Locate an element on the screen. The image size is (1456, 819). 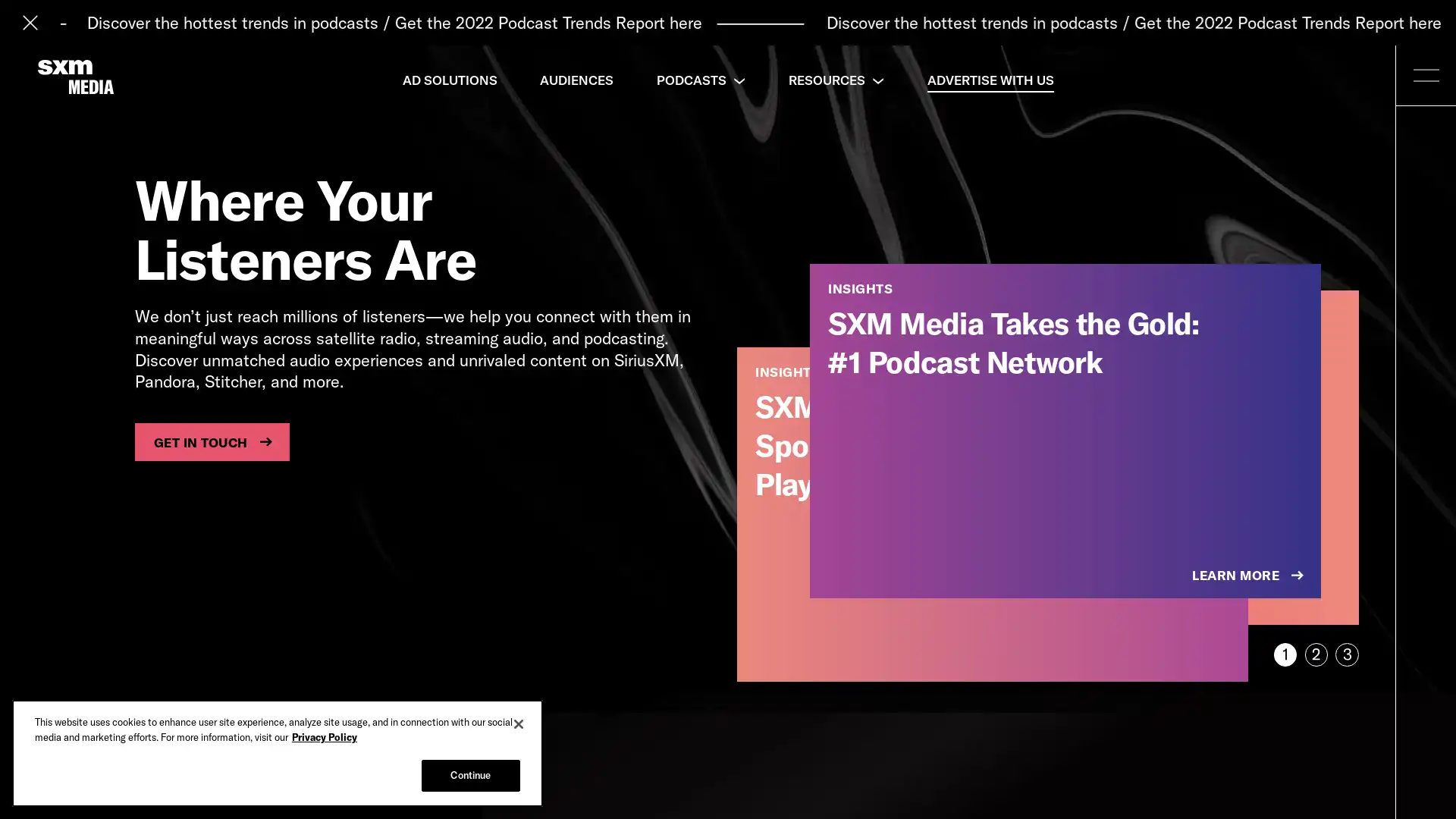
Continue is located at coordinates (469, 775).